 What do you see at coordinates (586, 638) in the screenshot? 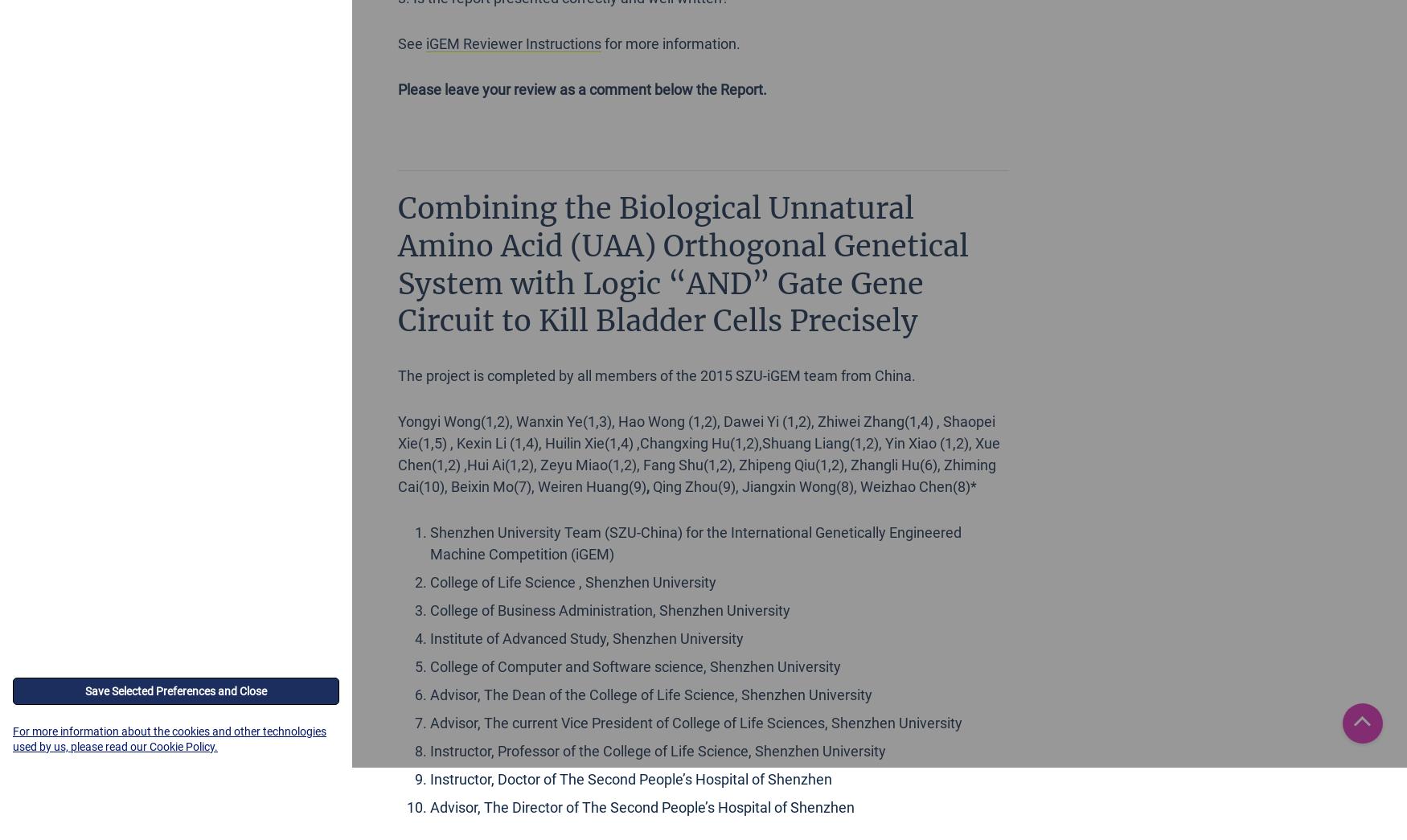
I see `'Institute of Advanced Study, Shenzhen University'` at bounding box center [586, 638].